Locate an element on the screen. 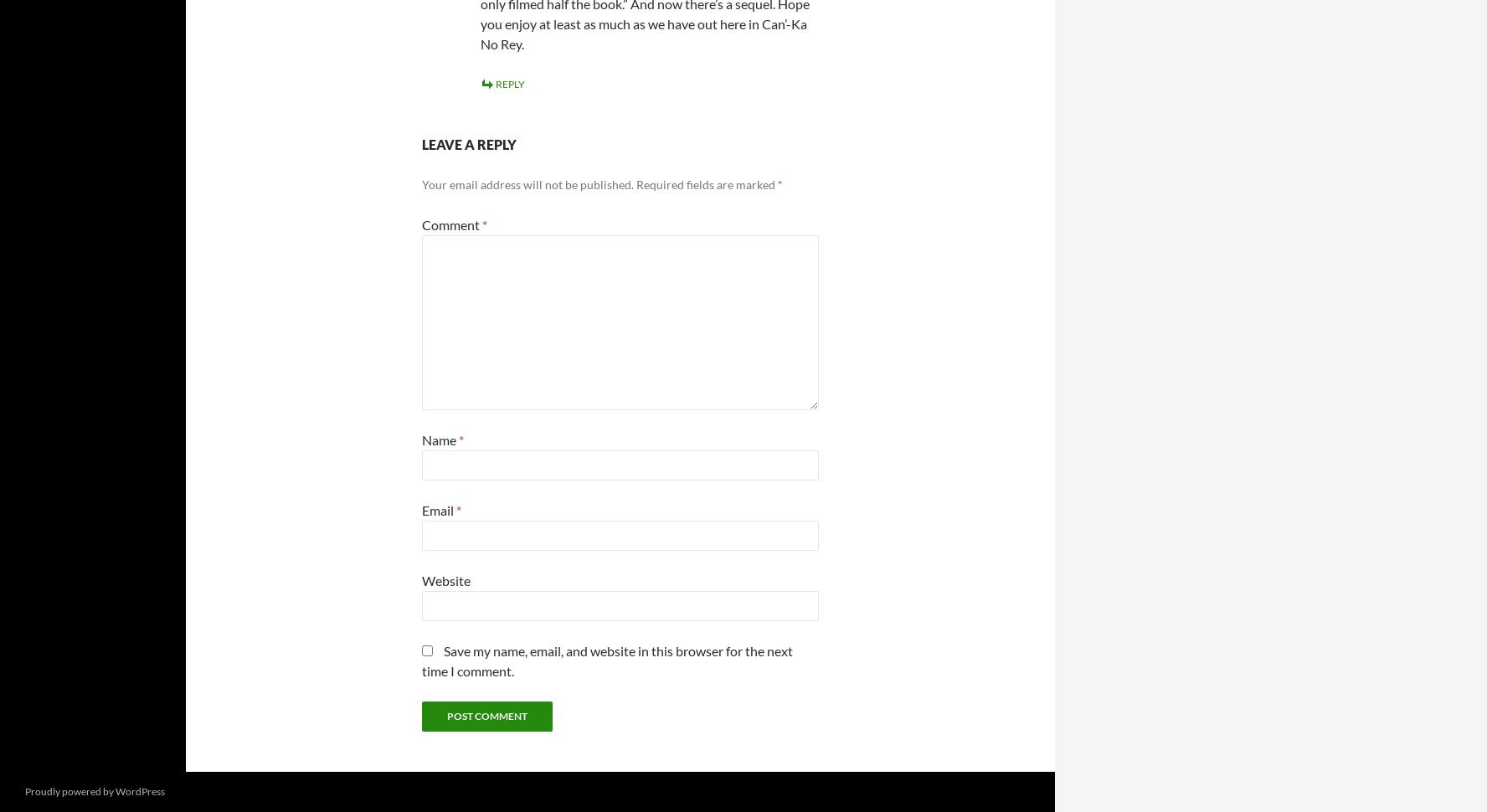 The image size is (1487, 812). 'Website' is located at coordinates (445, 579).